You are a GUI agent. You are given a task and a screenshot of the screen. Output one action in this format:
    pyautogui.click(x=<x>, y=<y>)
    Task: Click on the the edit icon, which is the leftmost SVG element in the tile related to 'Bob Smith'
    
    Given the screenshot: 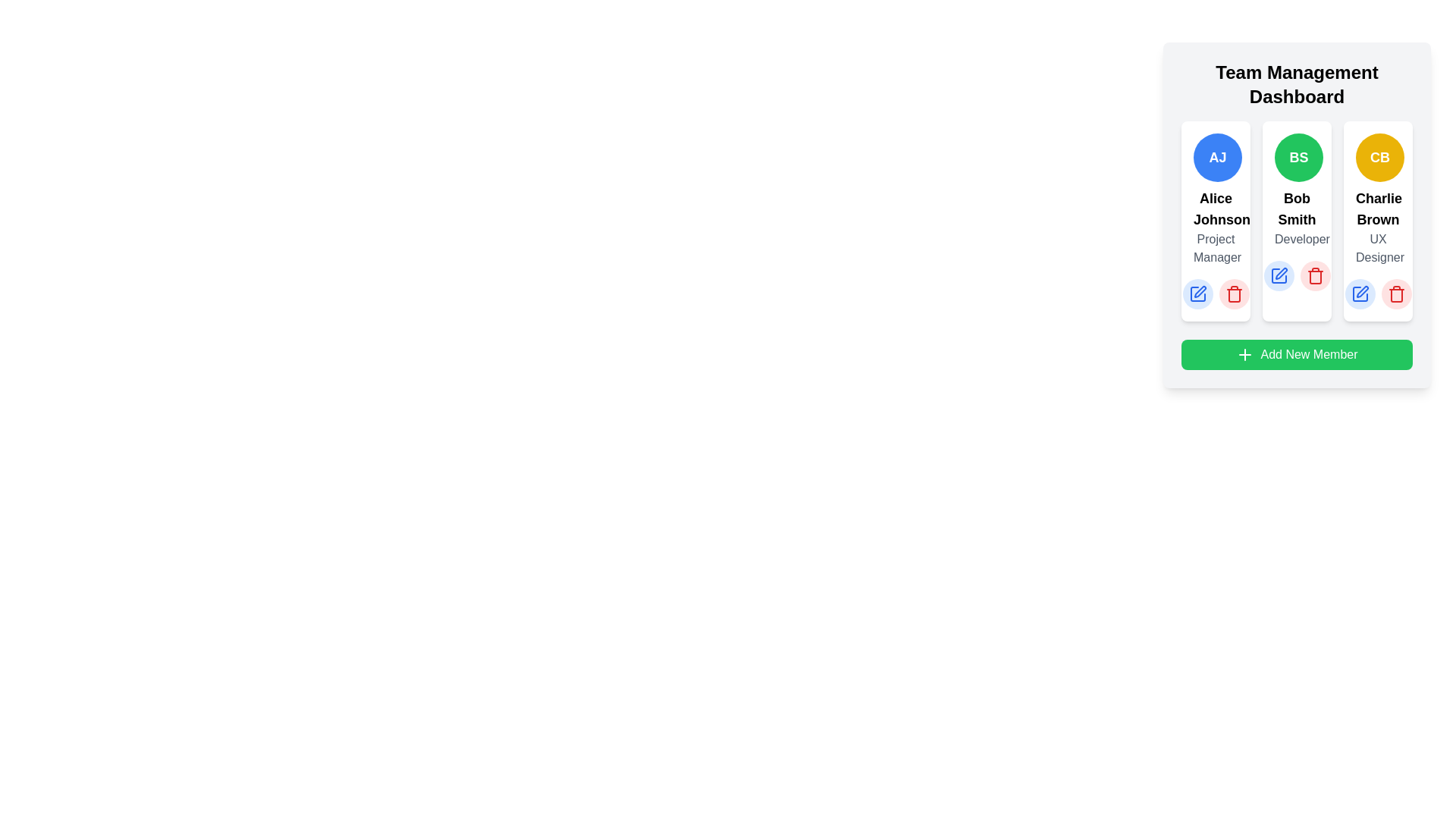 What is the action you would take?
    pyautogui.click(x=1197, y=294)
    